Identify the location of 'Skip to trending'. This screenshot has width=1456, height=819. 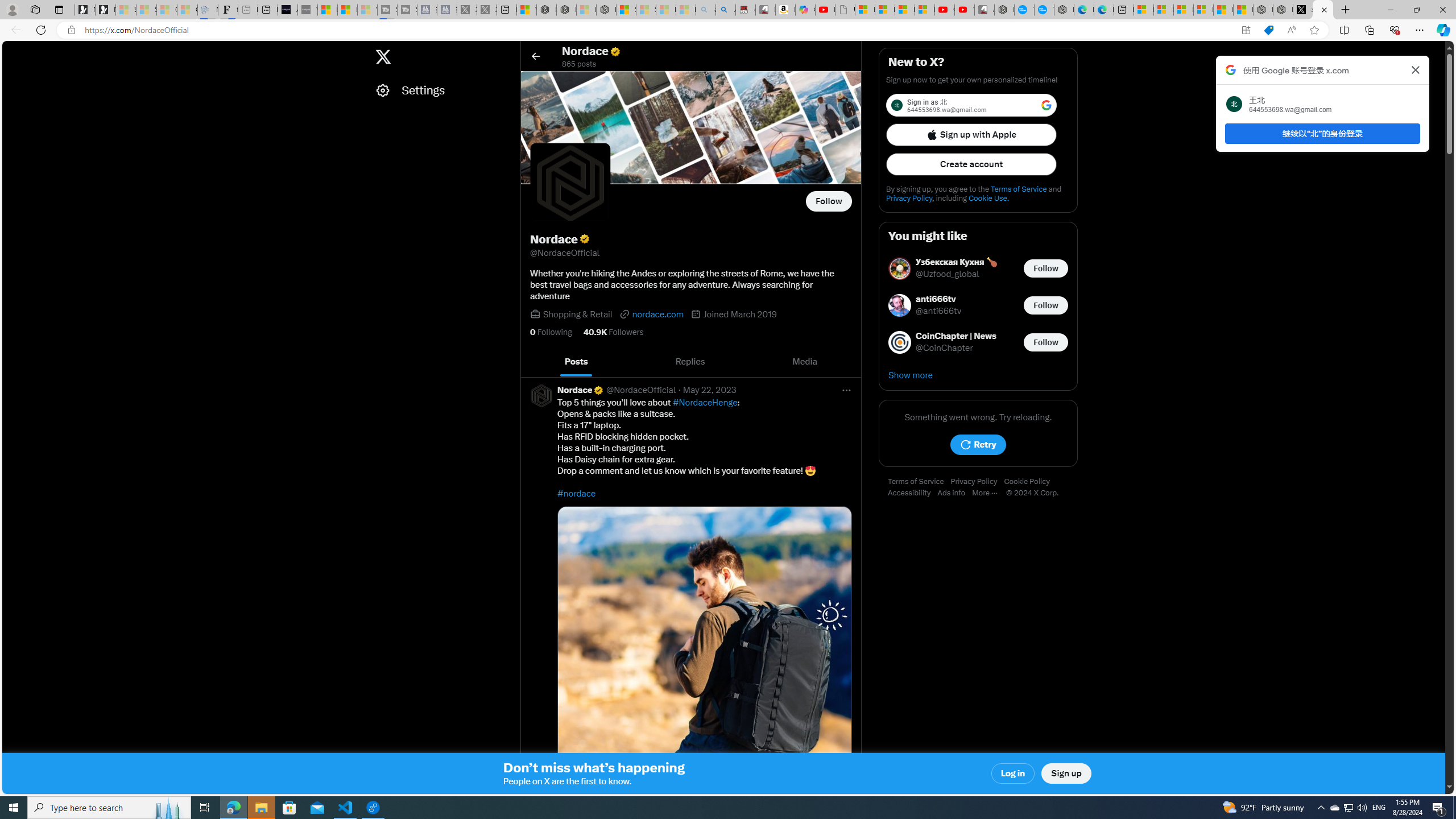
(13, 51).